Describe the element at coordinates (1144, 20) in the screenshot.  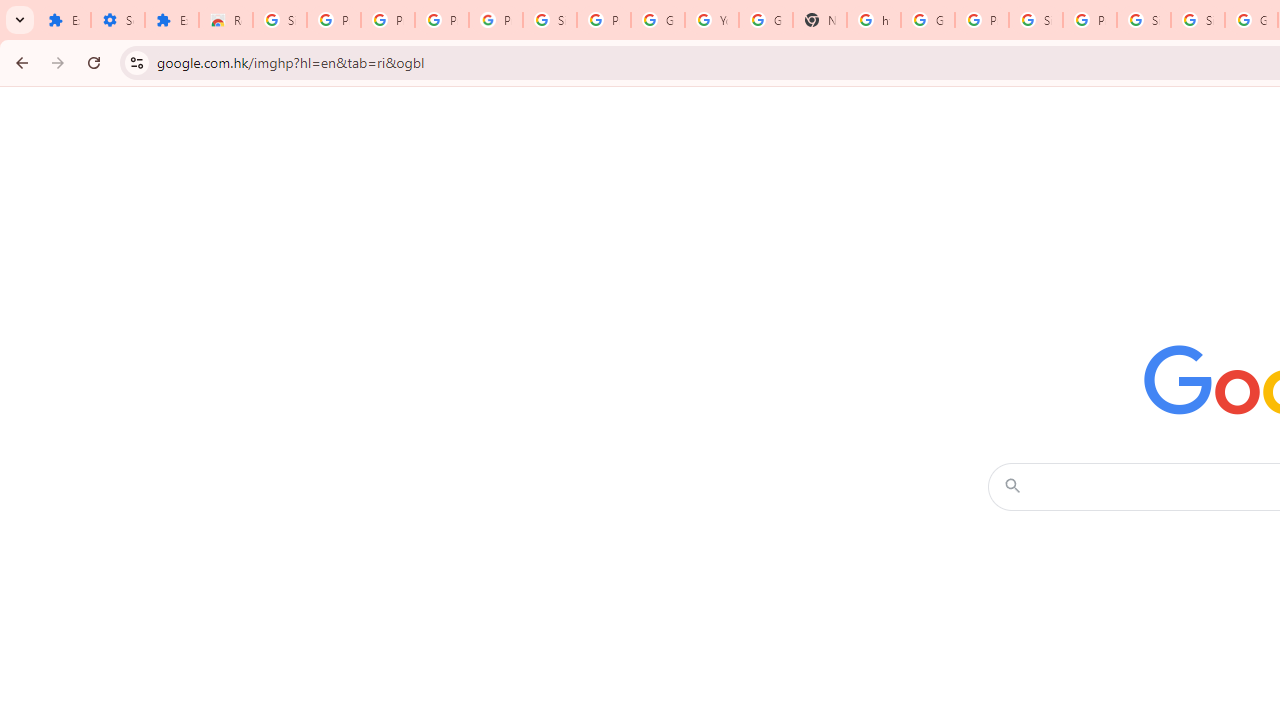
I see `'Sign in - Google Accounts'` at that location.